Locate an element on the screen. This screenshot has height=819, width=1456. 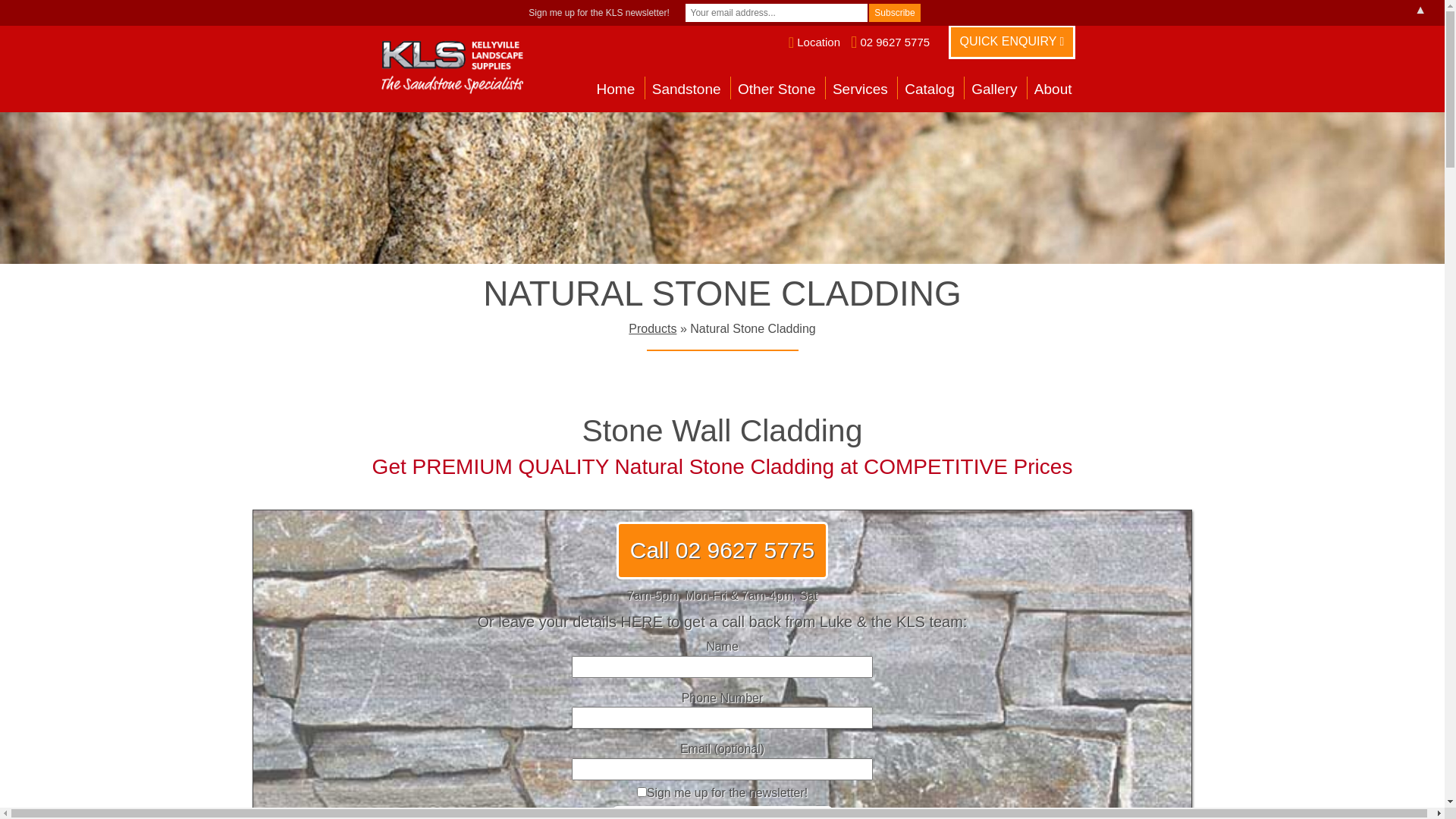
'Services' is located at coordinates (860, 91).